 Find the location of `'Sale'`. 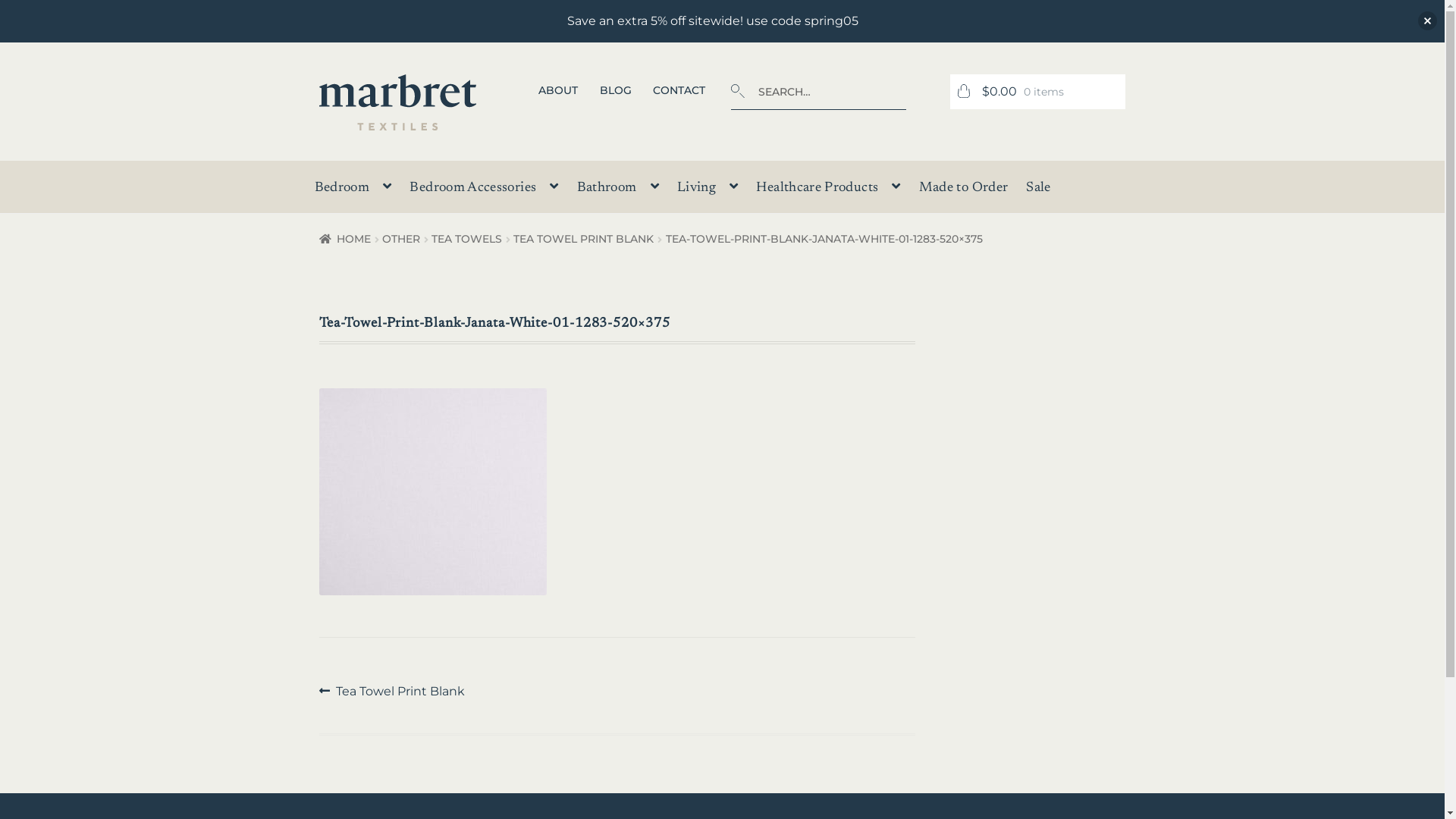

'Sale' is located at coordinates (1037, 191).